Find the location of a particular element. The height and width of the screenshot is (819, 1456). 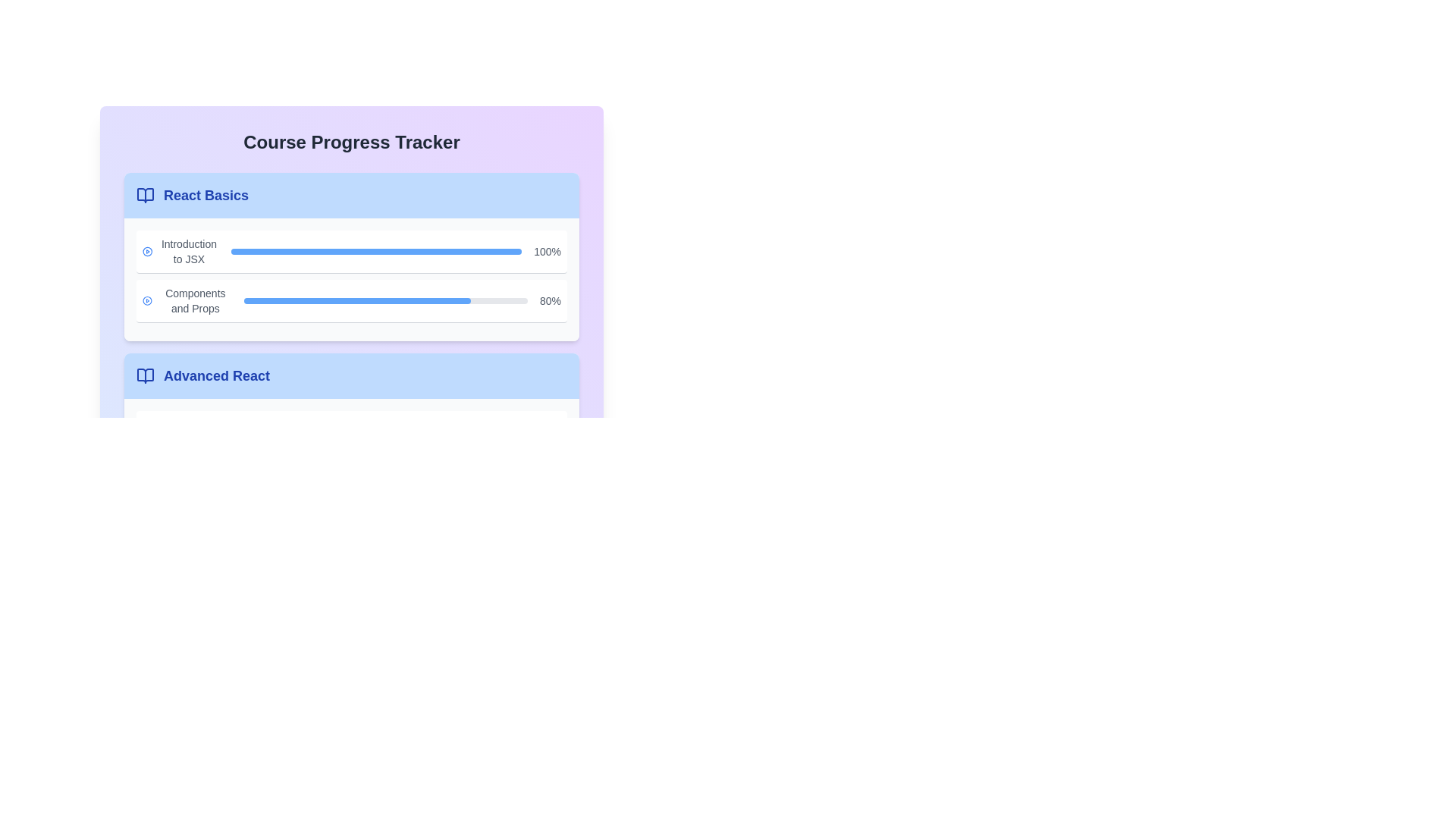

the 'React Basics' text label, which serves as a header for the course section and indicates the content related to the following progress elements is located at coordinates (206, 195).